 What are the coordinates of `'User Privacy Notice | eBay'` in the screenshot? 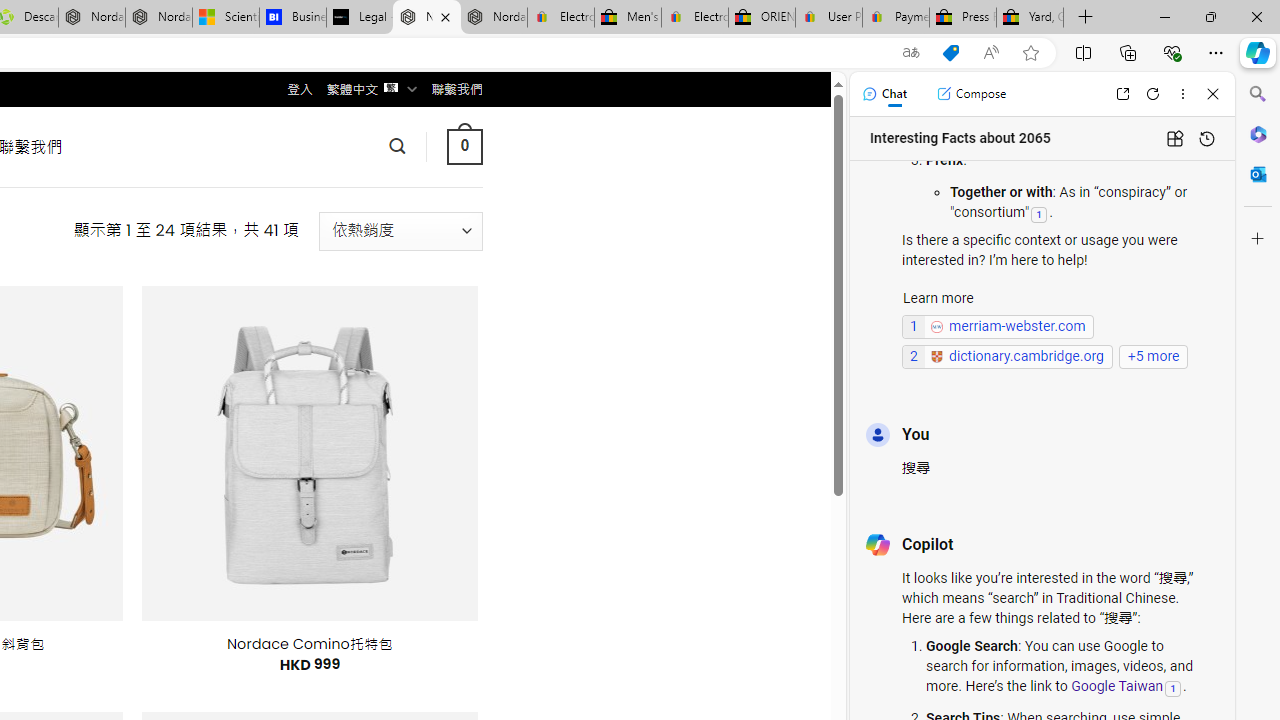 It's located at (828, 17).